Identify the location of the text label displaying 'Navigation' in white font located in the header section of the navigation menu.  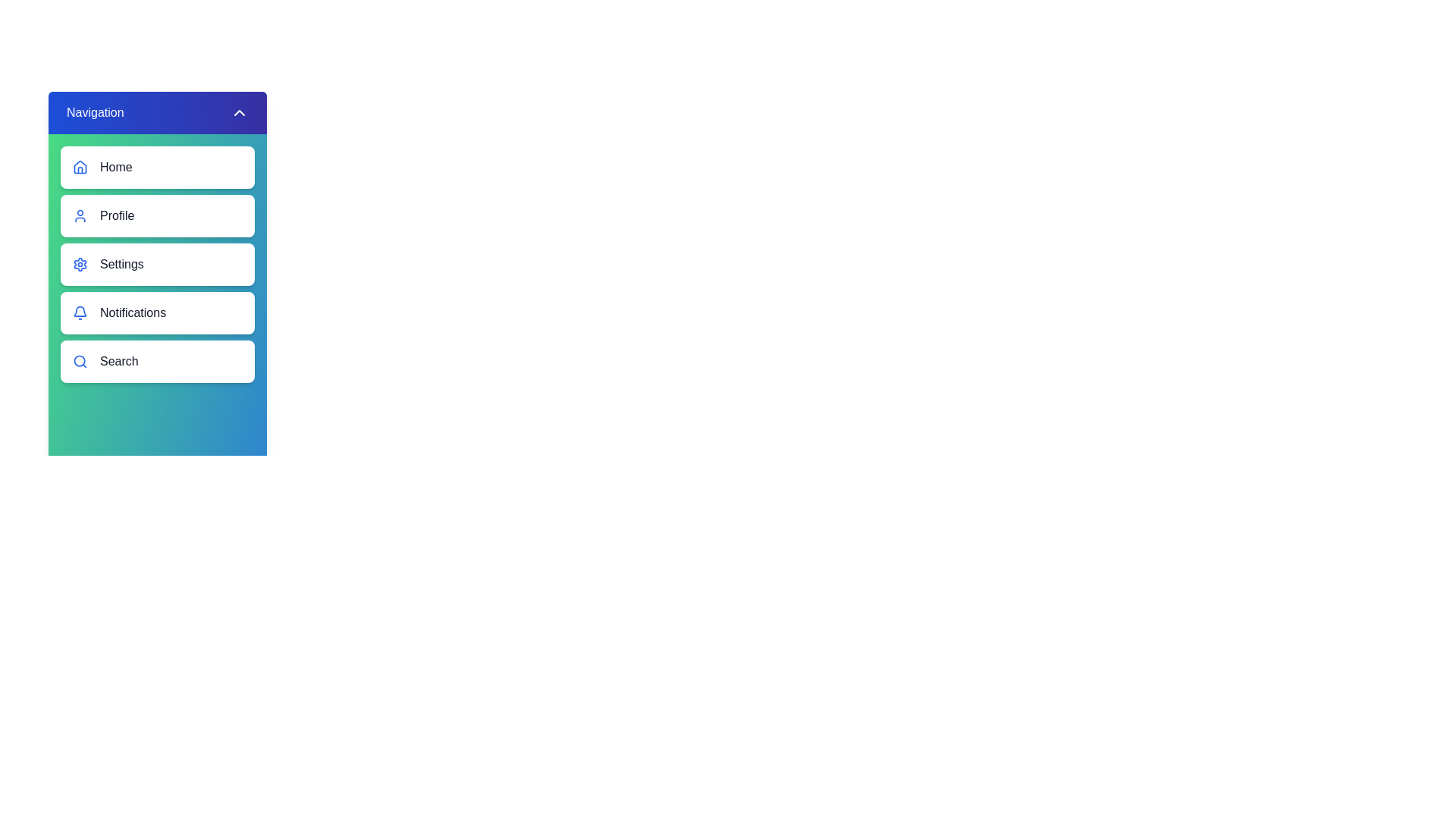
(94, 112).